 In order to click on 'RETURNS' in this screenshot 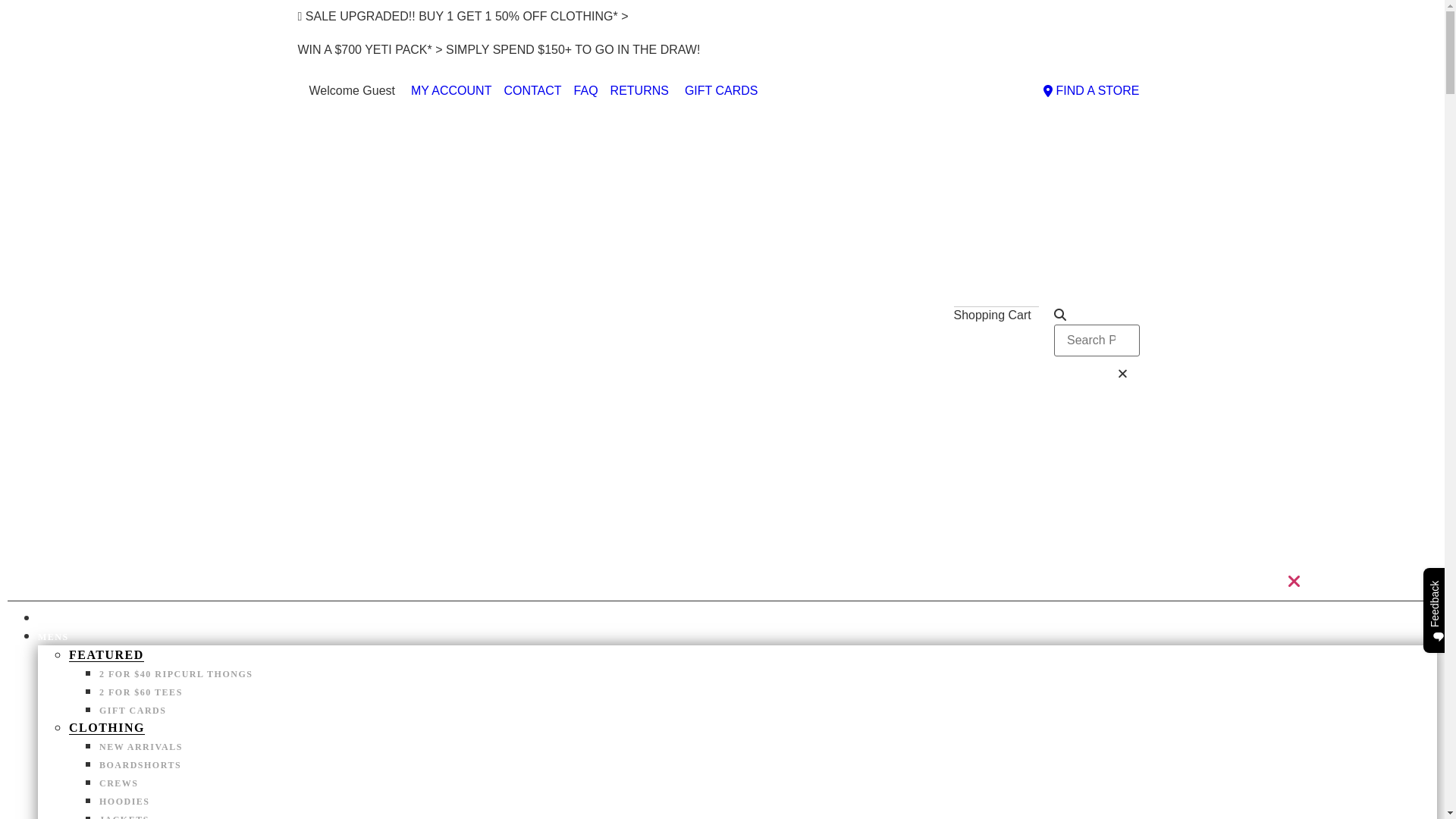, I will do `click(639, 90)`.